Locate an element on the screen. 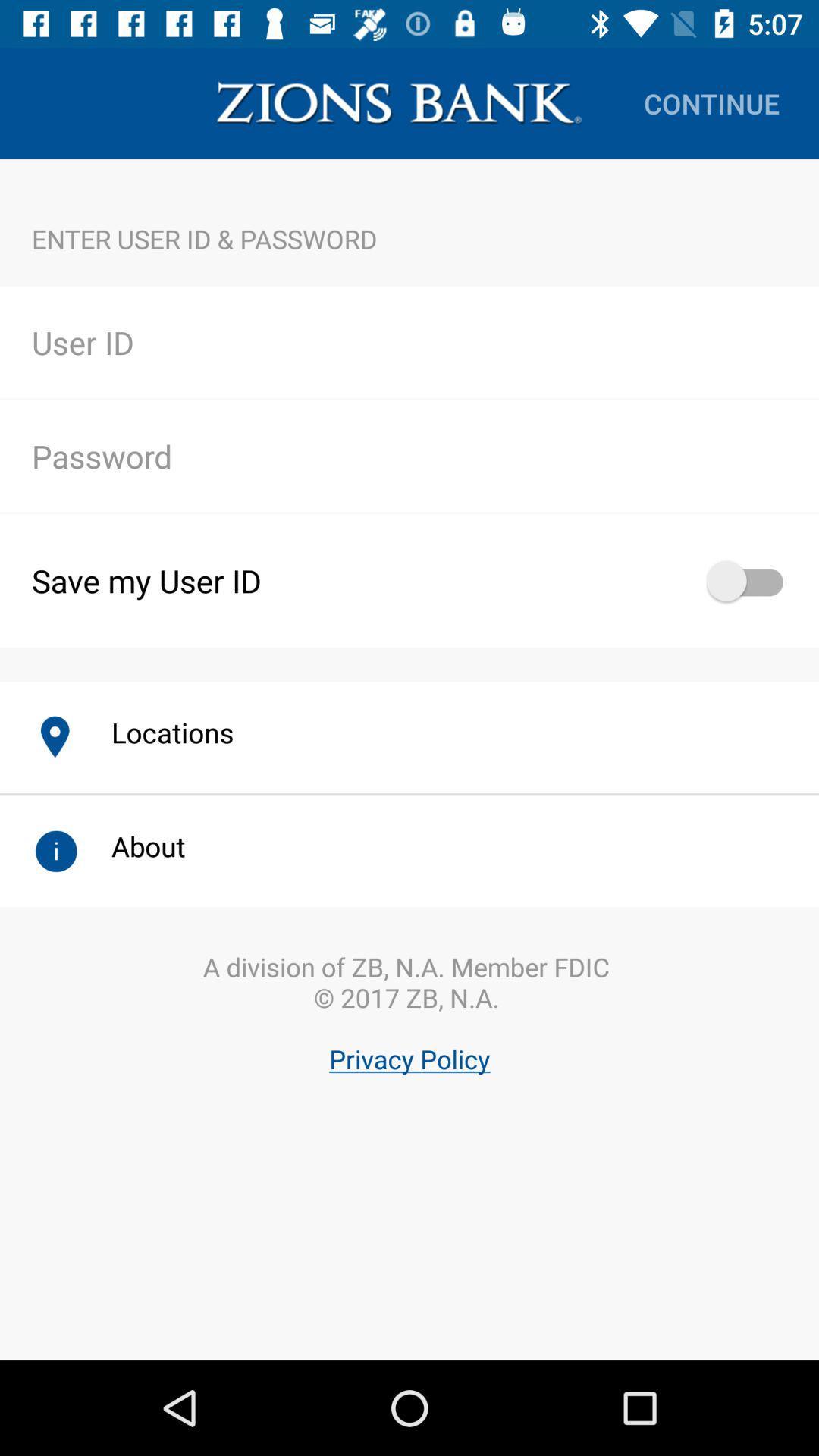 Image resolution: width=819 pixels, height=1456 pixels. item above enter user id item is located at coordinates (711, 102).